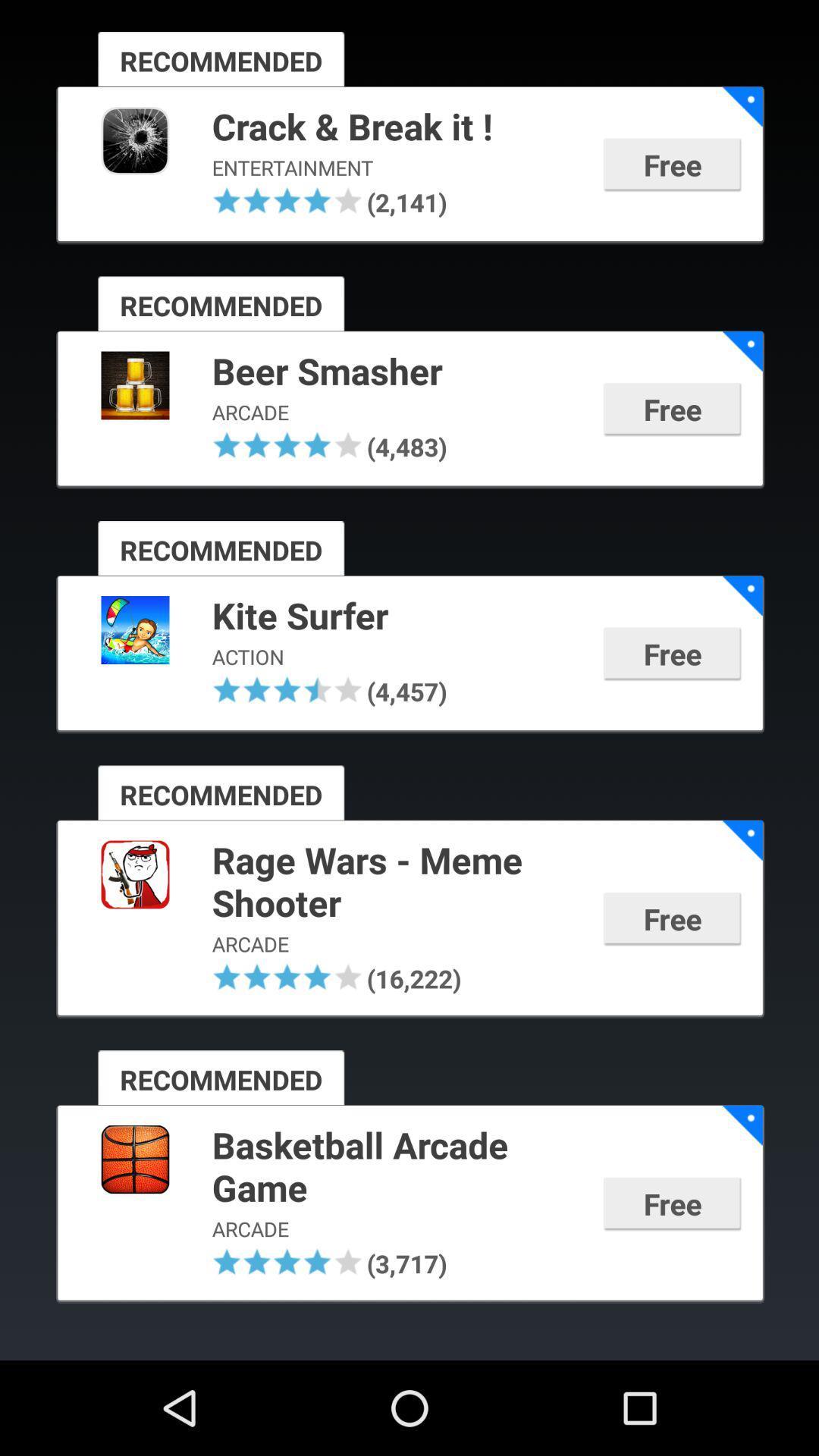 This screenshot has height=1456, width=819. I want to click on icon below arcade item, so click(227, 977).